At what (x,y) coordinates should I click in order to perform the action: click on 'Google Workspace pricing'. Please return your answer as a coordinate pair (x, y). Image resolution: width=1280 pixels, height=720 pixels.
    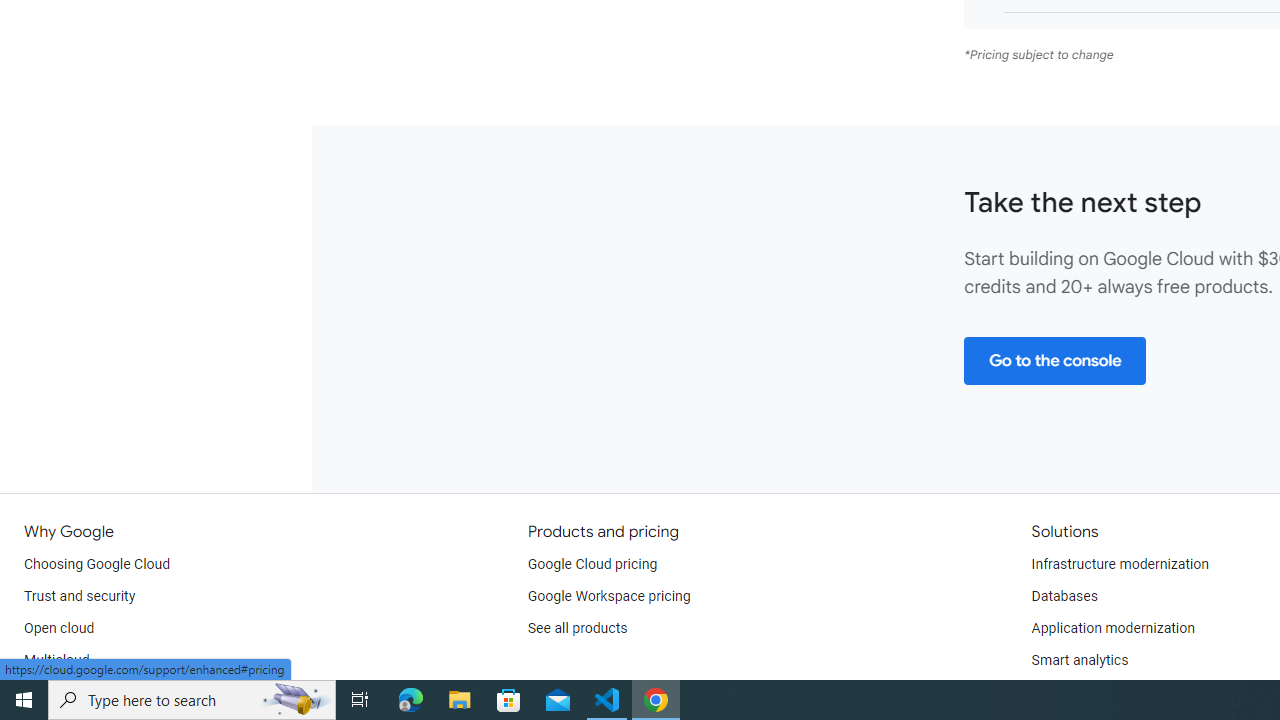
    Looking at the image, I should click on (608, 595).